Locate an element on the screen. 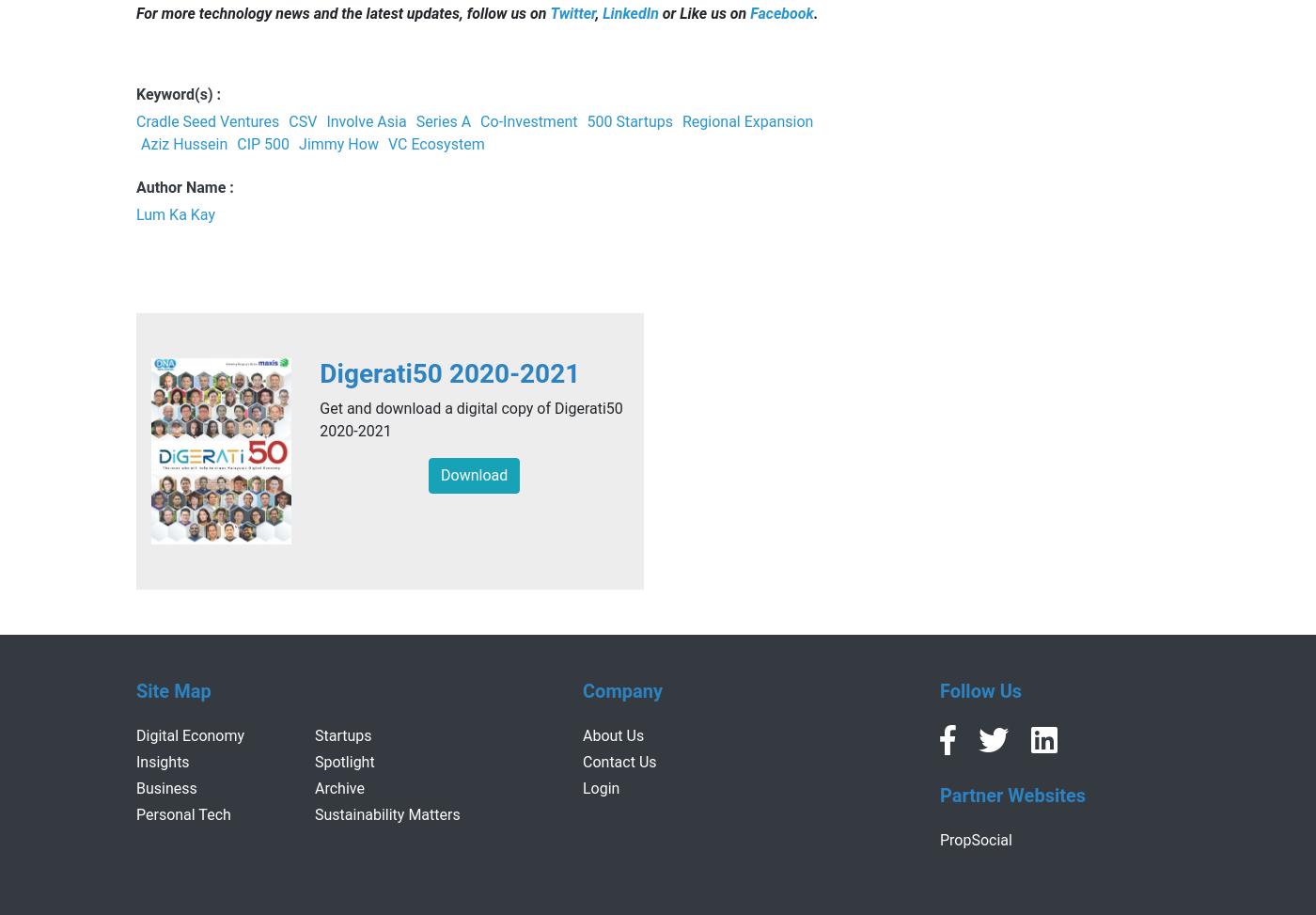 This screenshot has width=1316, height=915. 'Twitter' is located at coordinates (572, 12).